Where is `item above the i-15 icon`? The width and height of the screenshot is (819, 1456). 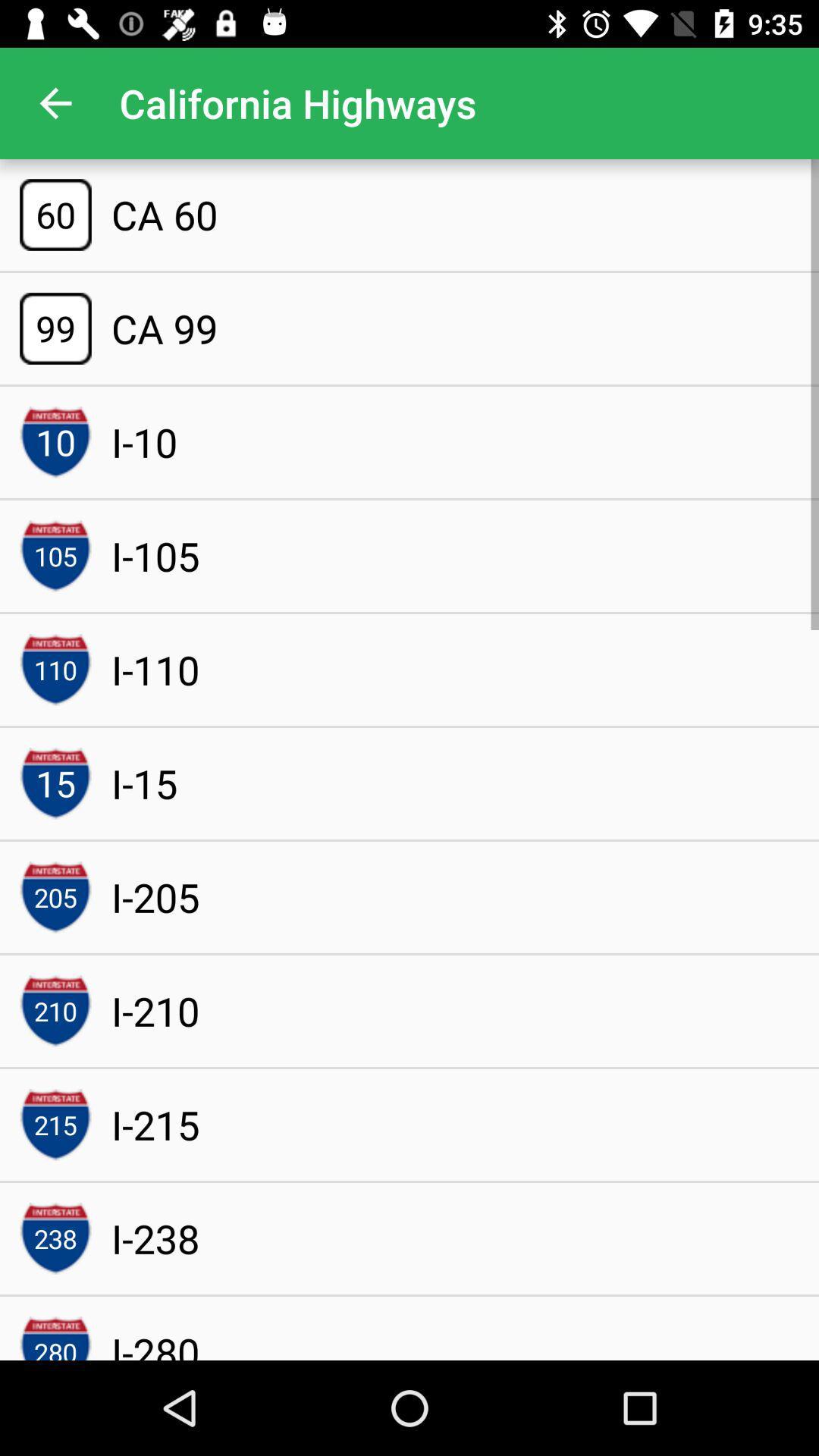
item above the i-15 icon is located at coordinates (155, 669).